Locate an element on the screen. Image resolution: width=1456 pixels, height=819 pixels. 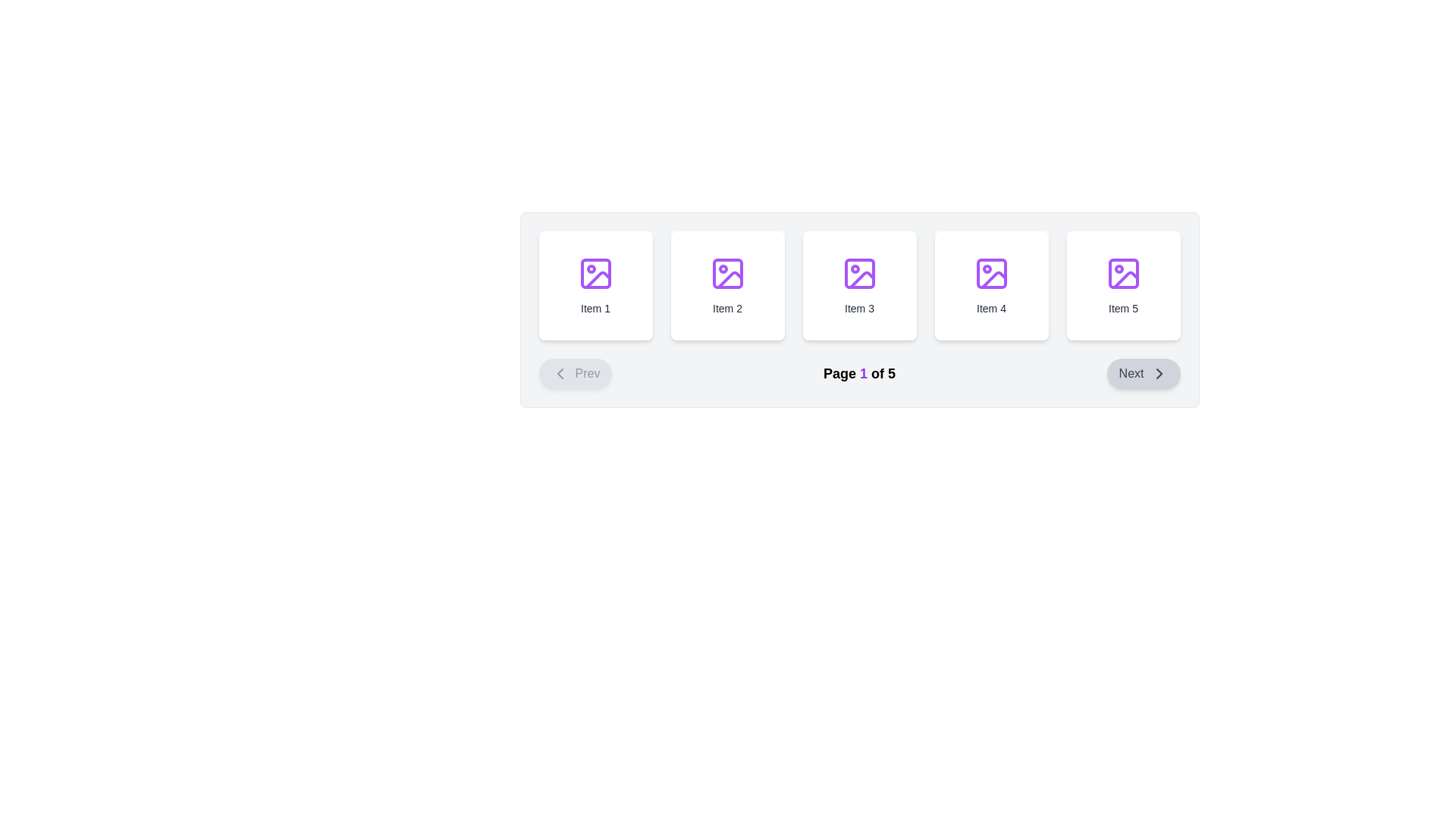
SVG Icon located at the far right side of the 'Next' button in the navigation control bar by hovering over it is located at coordinates (1158, 374).